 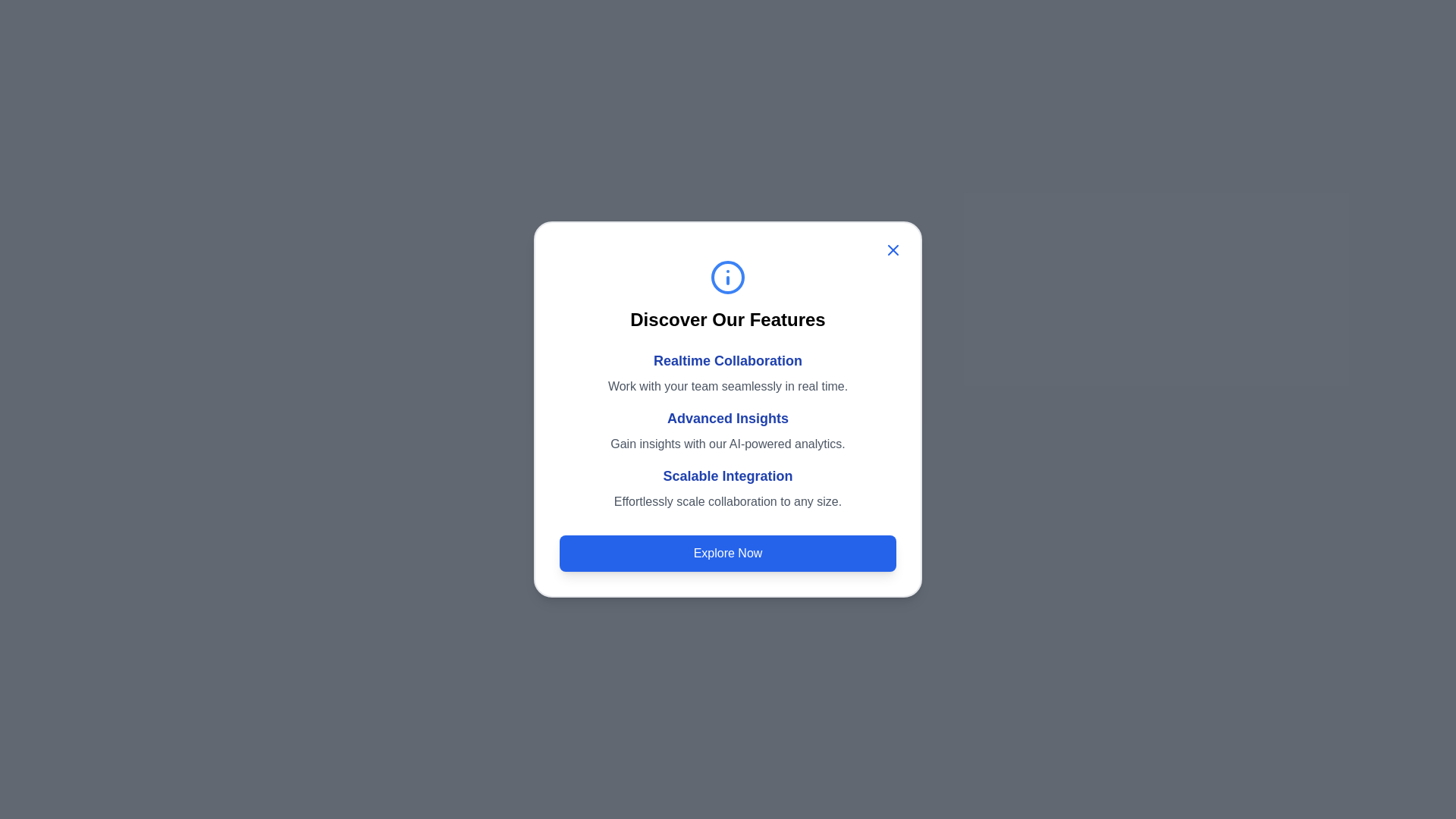 I want to click on the close button icon located at the top-right corner of the modal, so click(x=893, y=249).